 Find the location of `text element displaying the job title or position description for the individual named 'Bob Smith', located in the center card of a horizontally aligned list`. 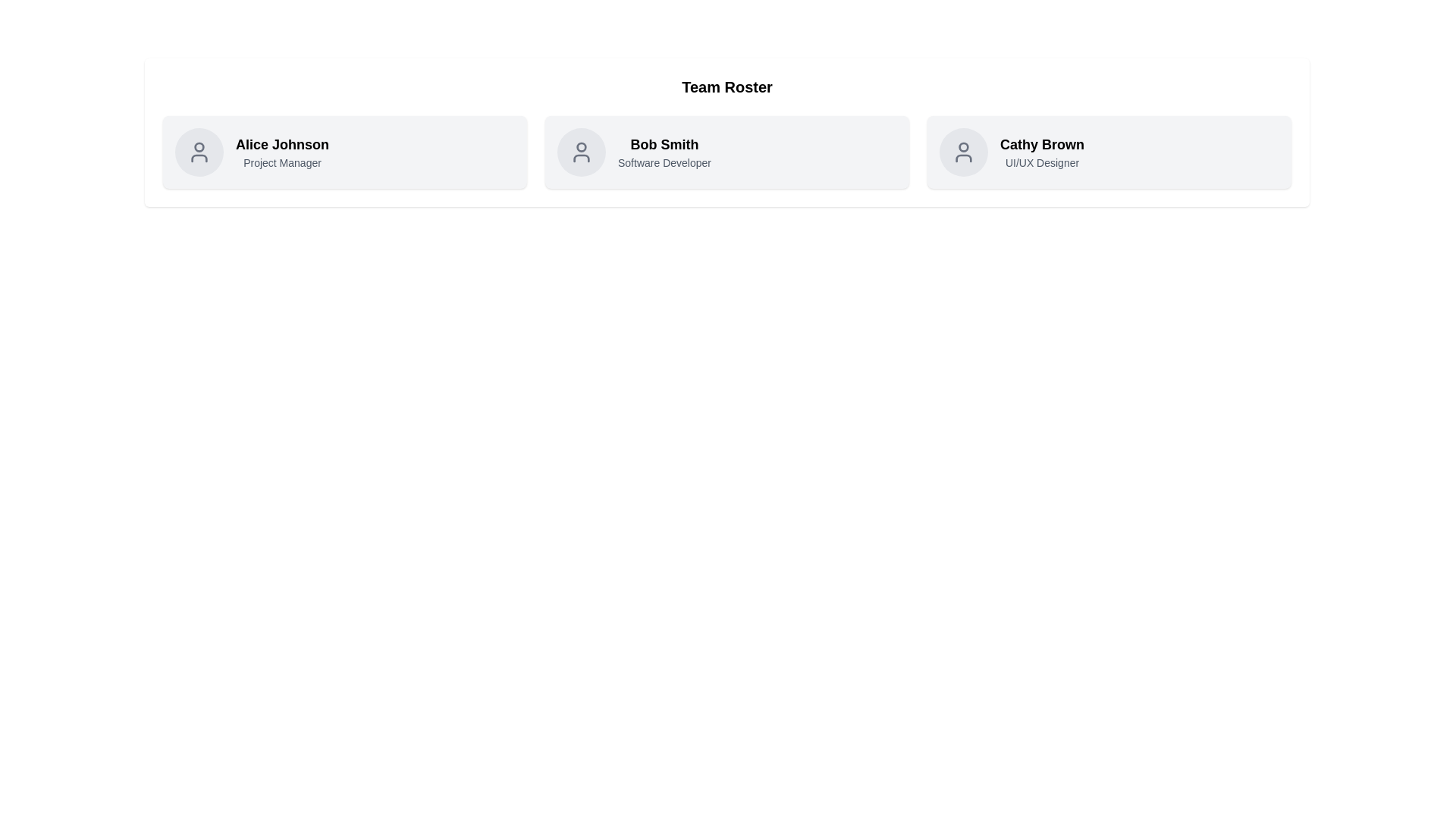

text element displaying the job title or position description for the individual named 'Bob Smith', located in the center card of a horizontally aligned list is located at coordinates (664, 163).